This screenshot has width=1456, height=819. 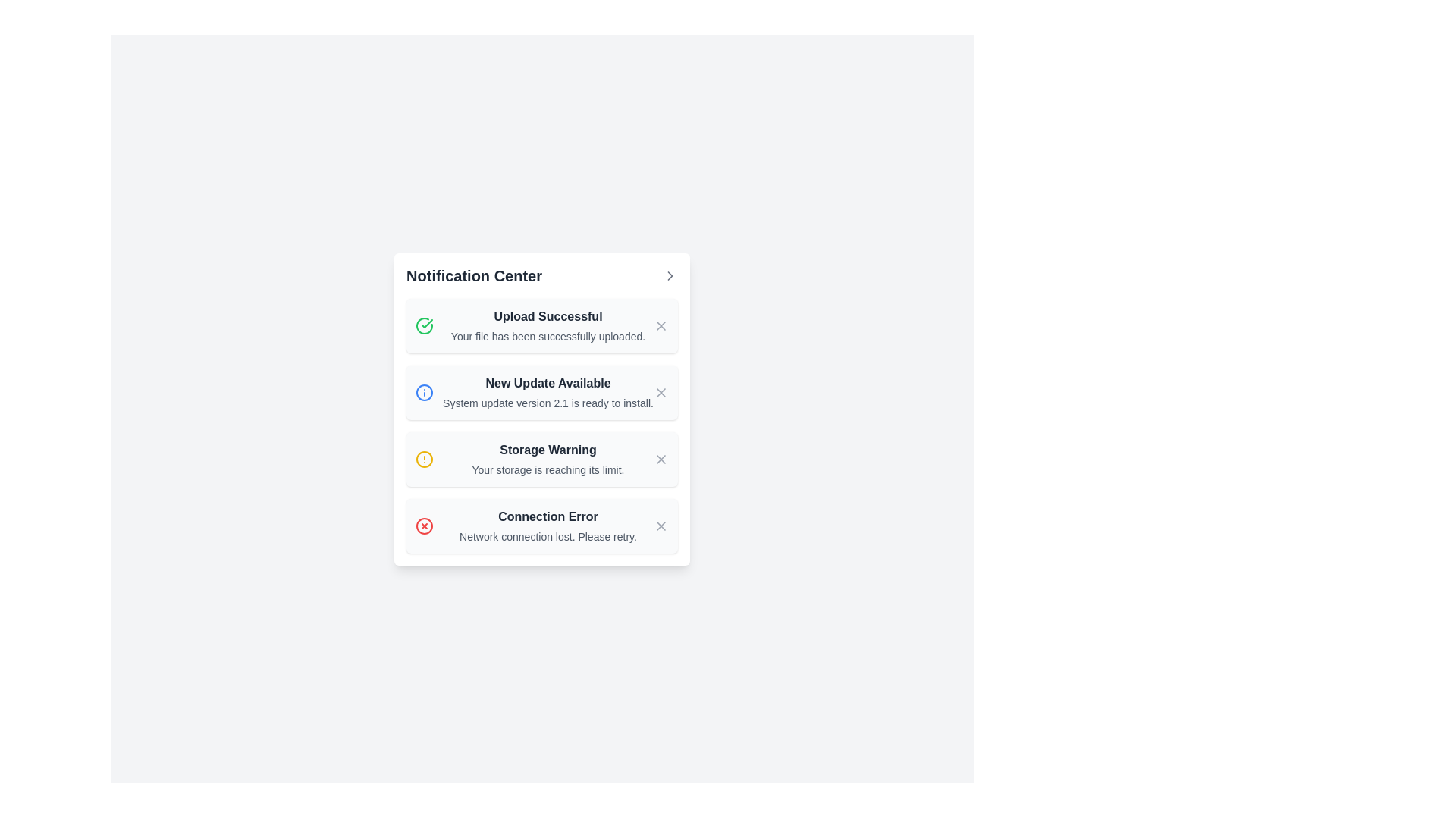 What do you see at coordinates (548, 391) in the screenshot?
I see `the informational text block that provides details about an available system update, located in the second row of the notification list in the 'Notification Center' panel, between 'Upload Successful' and 'Storage Warning'` at bounding box center [548, 391].